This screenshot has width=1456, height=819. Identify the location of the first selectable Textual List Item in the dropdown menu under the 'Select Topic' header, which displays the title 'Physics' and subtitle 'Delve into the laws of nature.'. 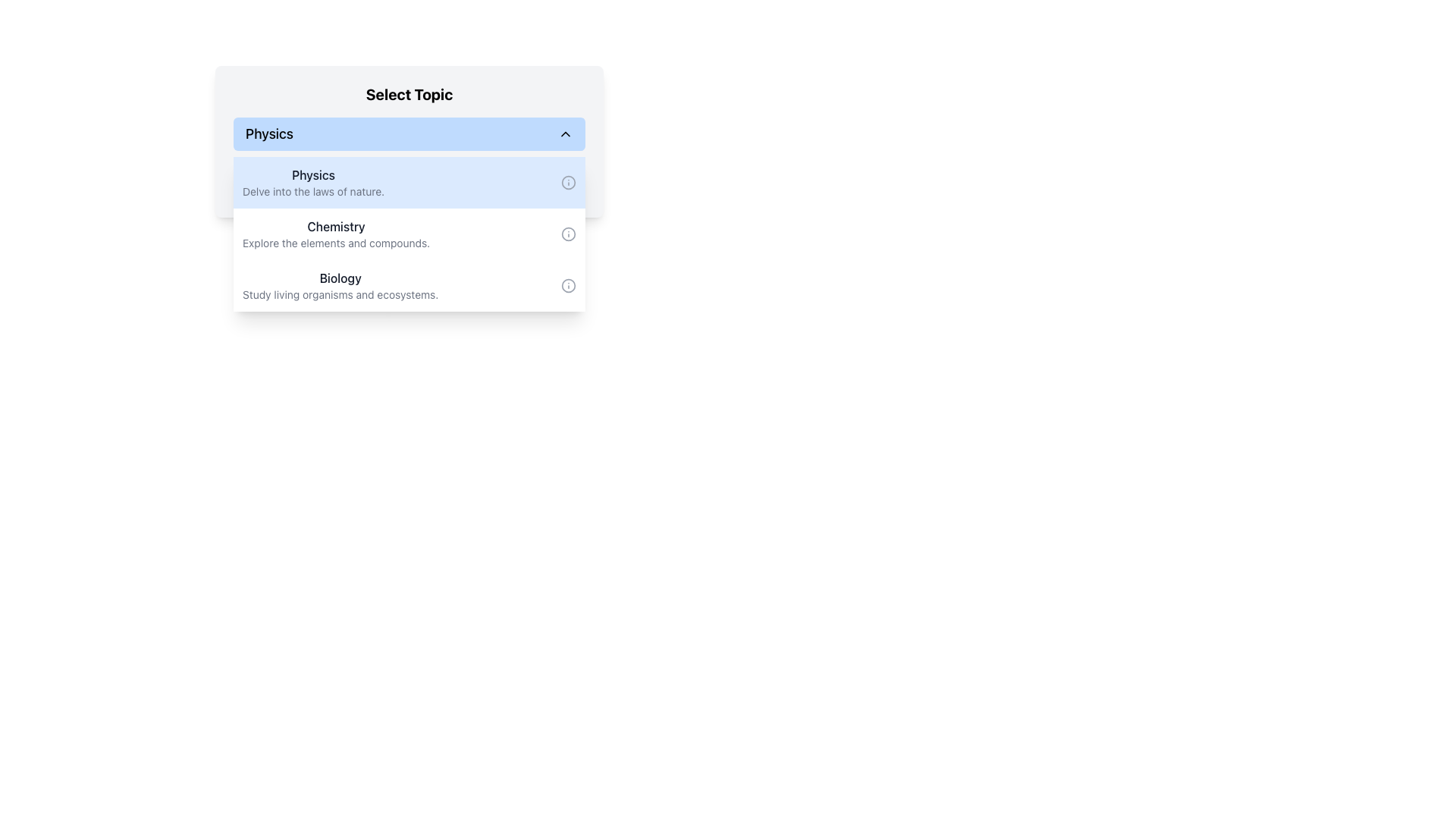
(312, 181).